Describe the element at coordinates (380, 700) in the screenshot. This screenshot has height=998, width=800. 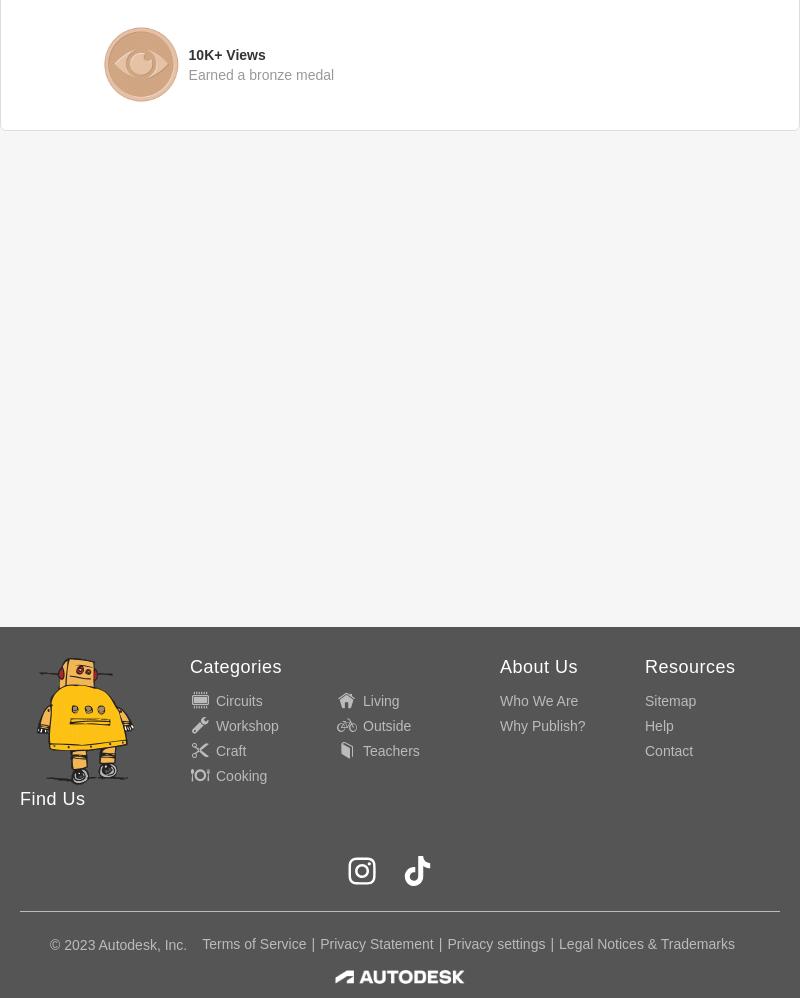
I see `'Living'` at that location.